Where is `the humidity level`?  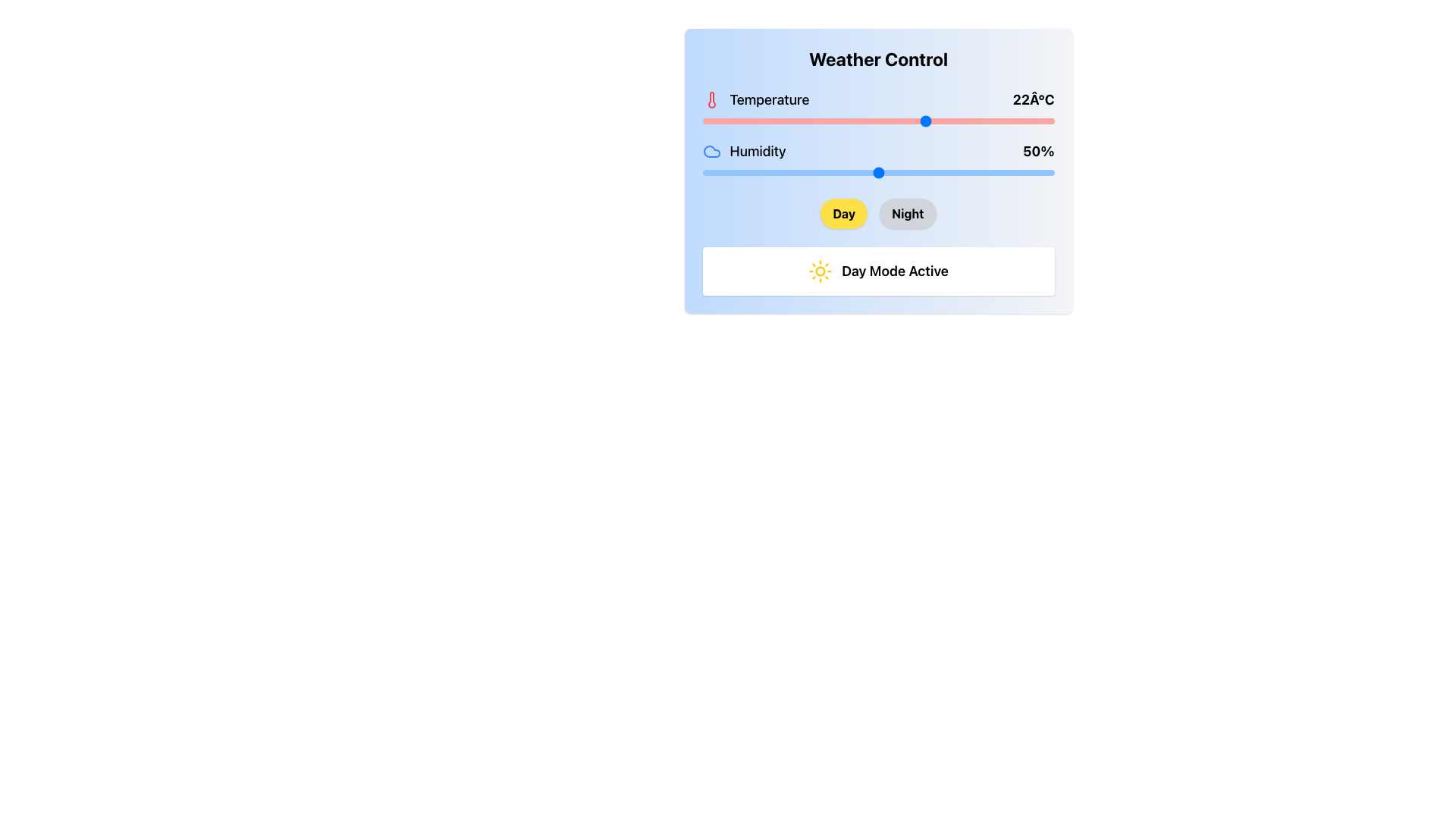 the humidity level is located at coordinates (878, 171).